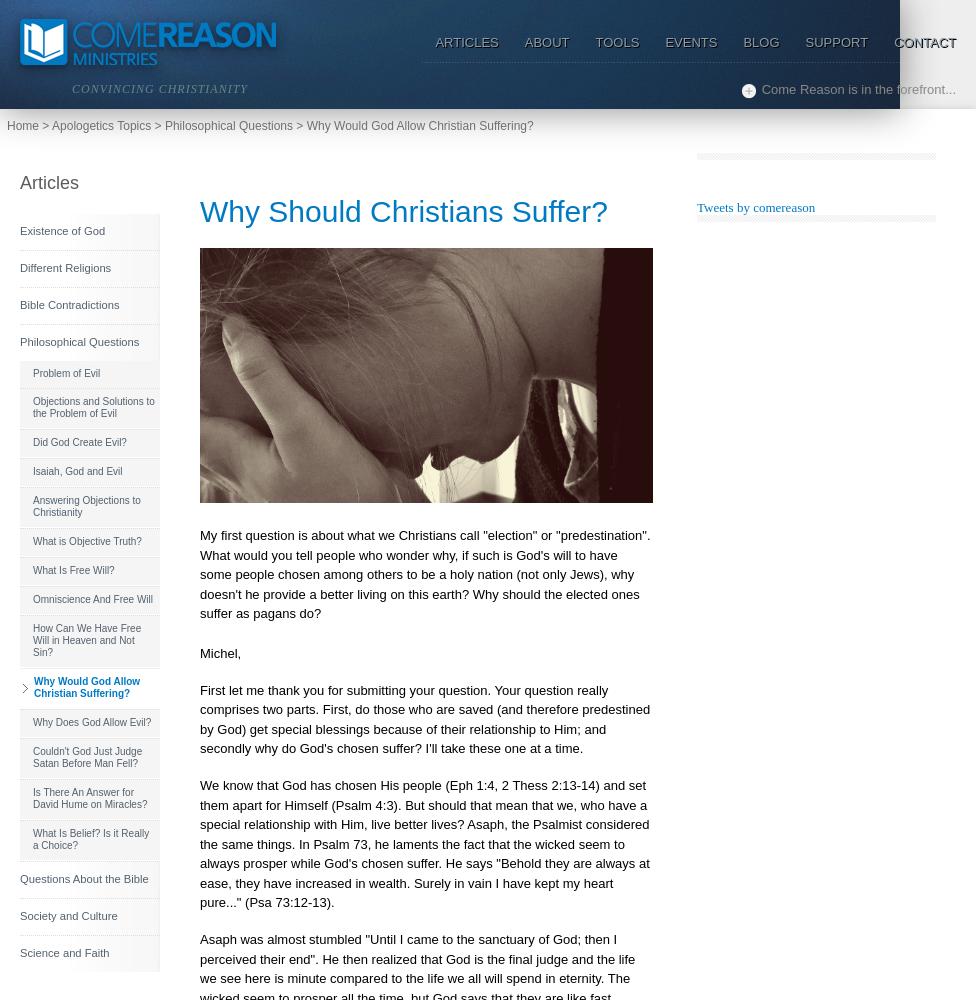 This screenshot has width=976, height=1000. Describe the element at coordinates (73, 569) in the screenshot. I see `'What Is Free Will?'` at that location.